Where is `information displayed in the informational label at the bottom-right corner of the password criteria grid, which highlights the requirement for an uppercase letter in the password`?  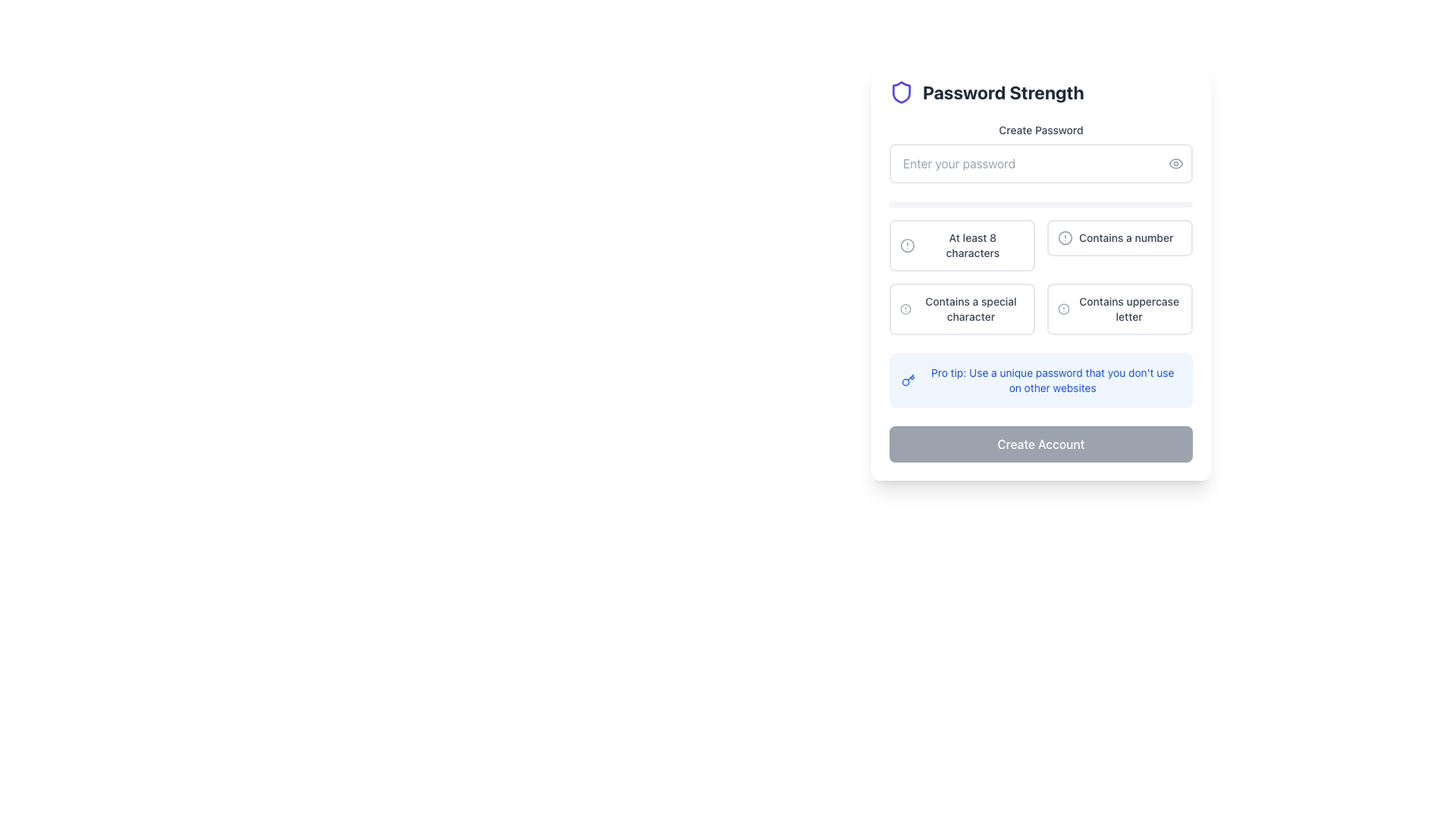
information displayed in the informational label at the bottom-right corner of the password criteria grid, which highlights the requirement for an uppercase letter in the password is located at coordinates (1120, 309).